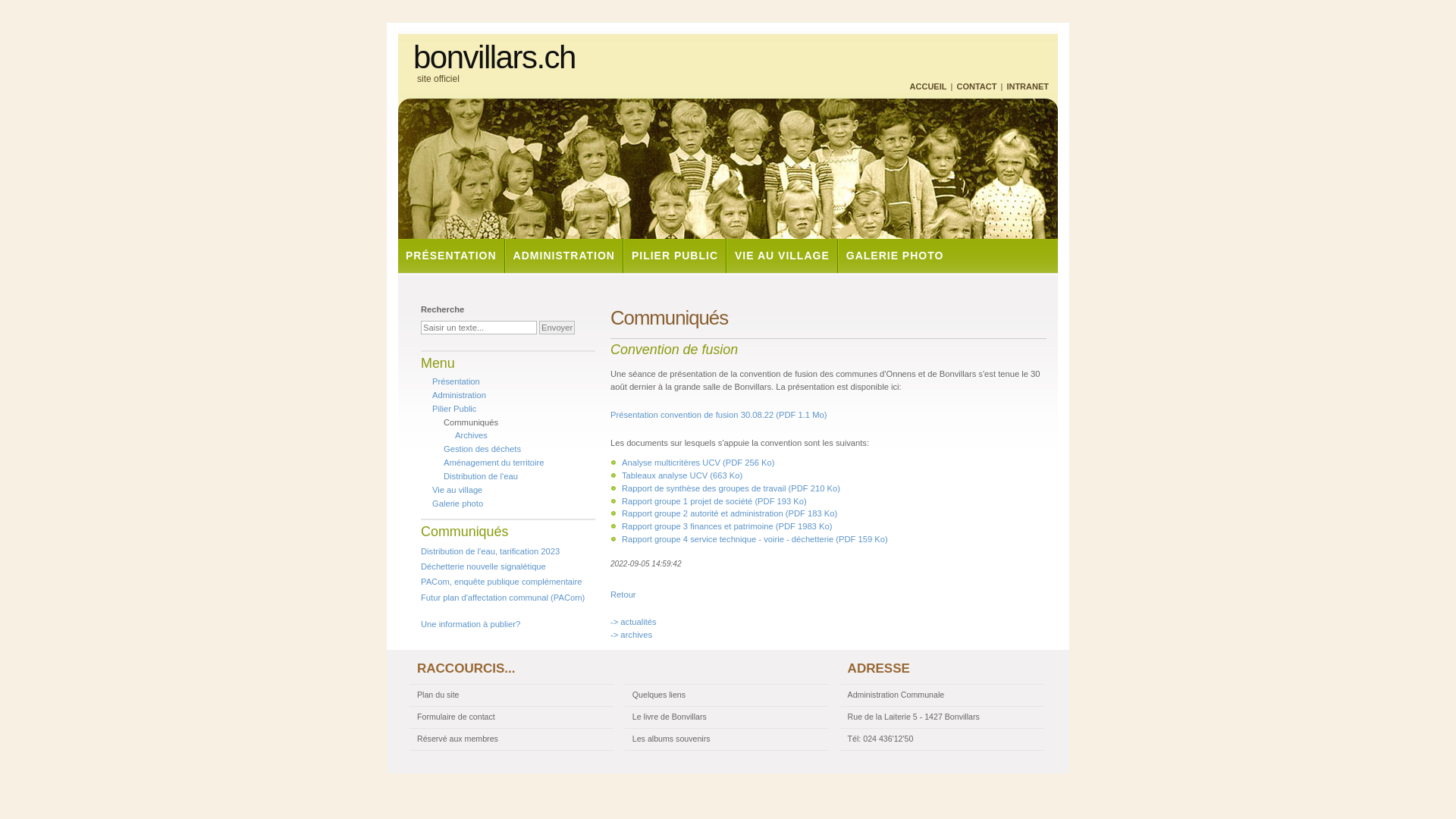  I want to click on 'INTRANET', so click(1027, 86).